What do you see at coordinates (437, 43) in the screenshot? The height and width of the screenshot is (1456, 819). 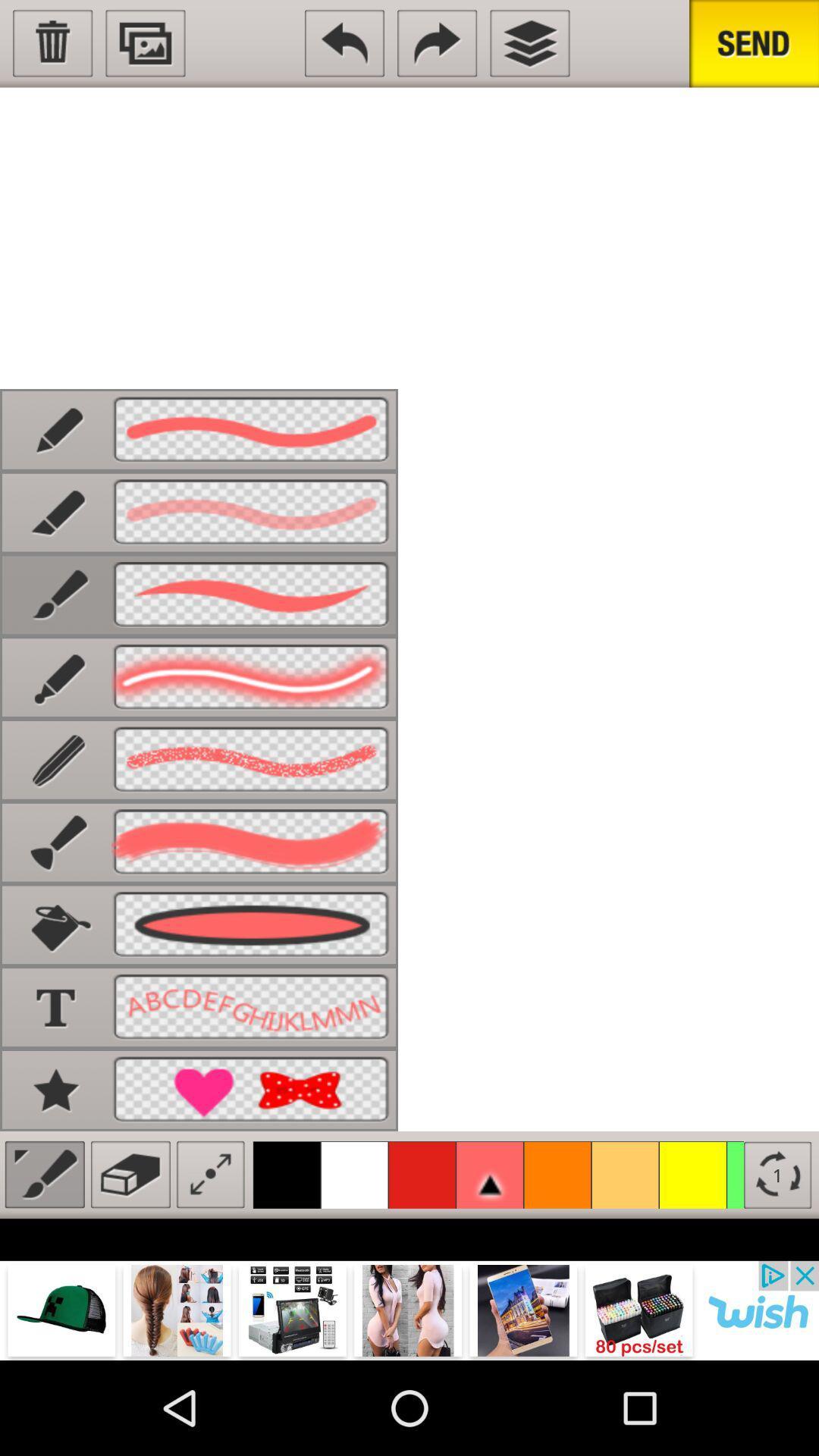 I see `next page` at bounding box center [437, 43].